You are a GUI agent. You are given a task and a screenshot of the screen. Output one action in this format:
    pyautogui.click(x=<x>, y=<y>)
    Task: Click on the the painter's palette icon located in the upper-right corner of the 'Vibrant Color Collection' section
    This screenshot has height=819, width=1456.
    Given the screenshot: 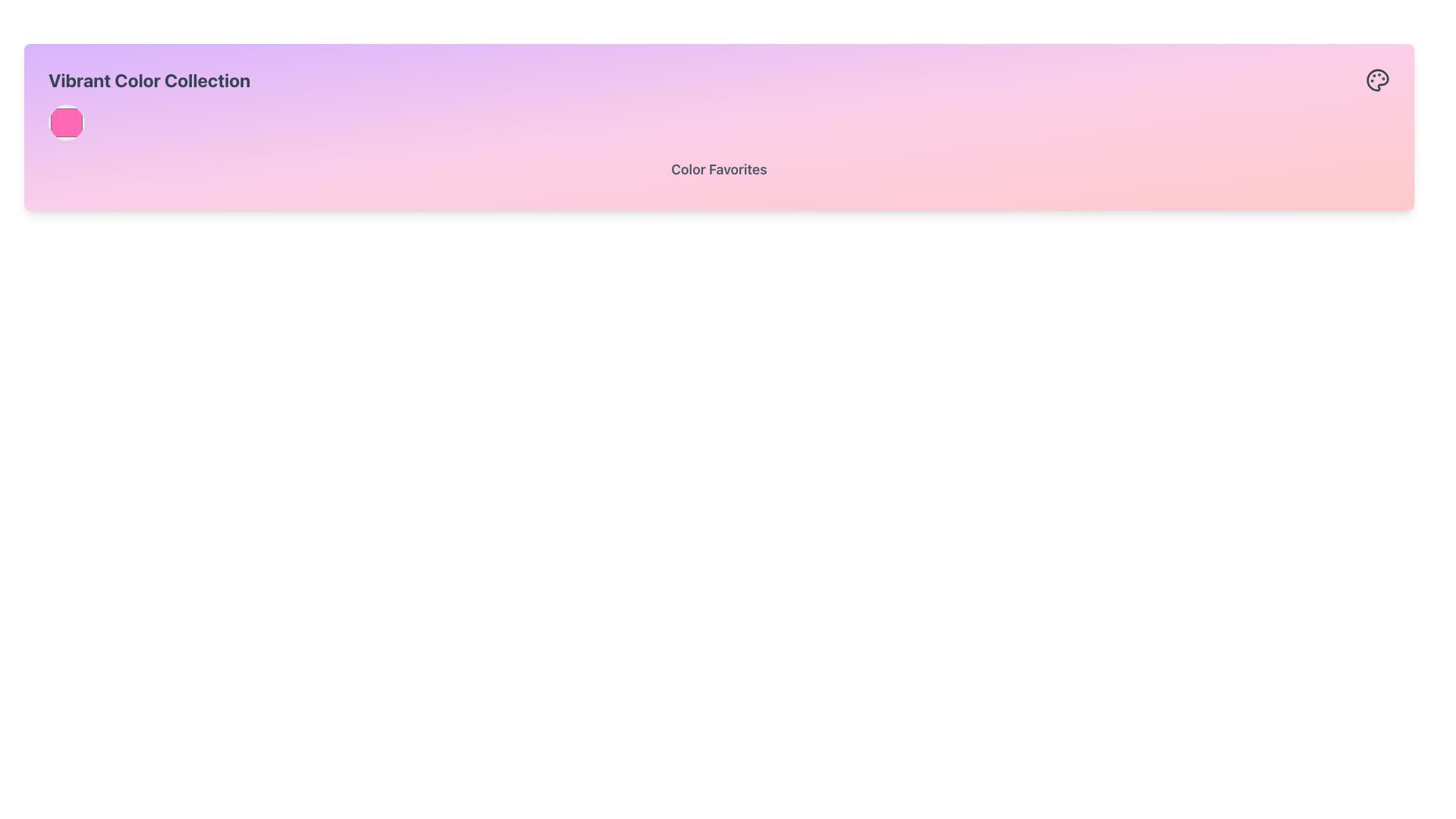 What is the action you would take?
    pyautogui.click(x=1378, y=80)
    